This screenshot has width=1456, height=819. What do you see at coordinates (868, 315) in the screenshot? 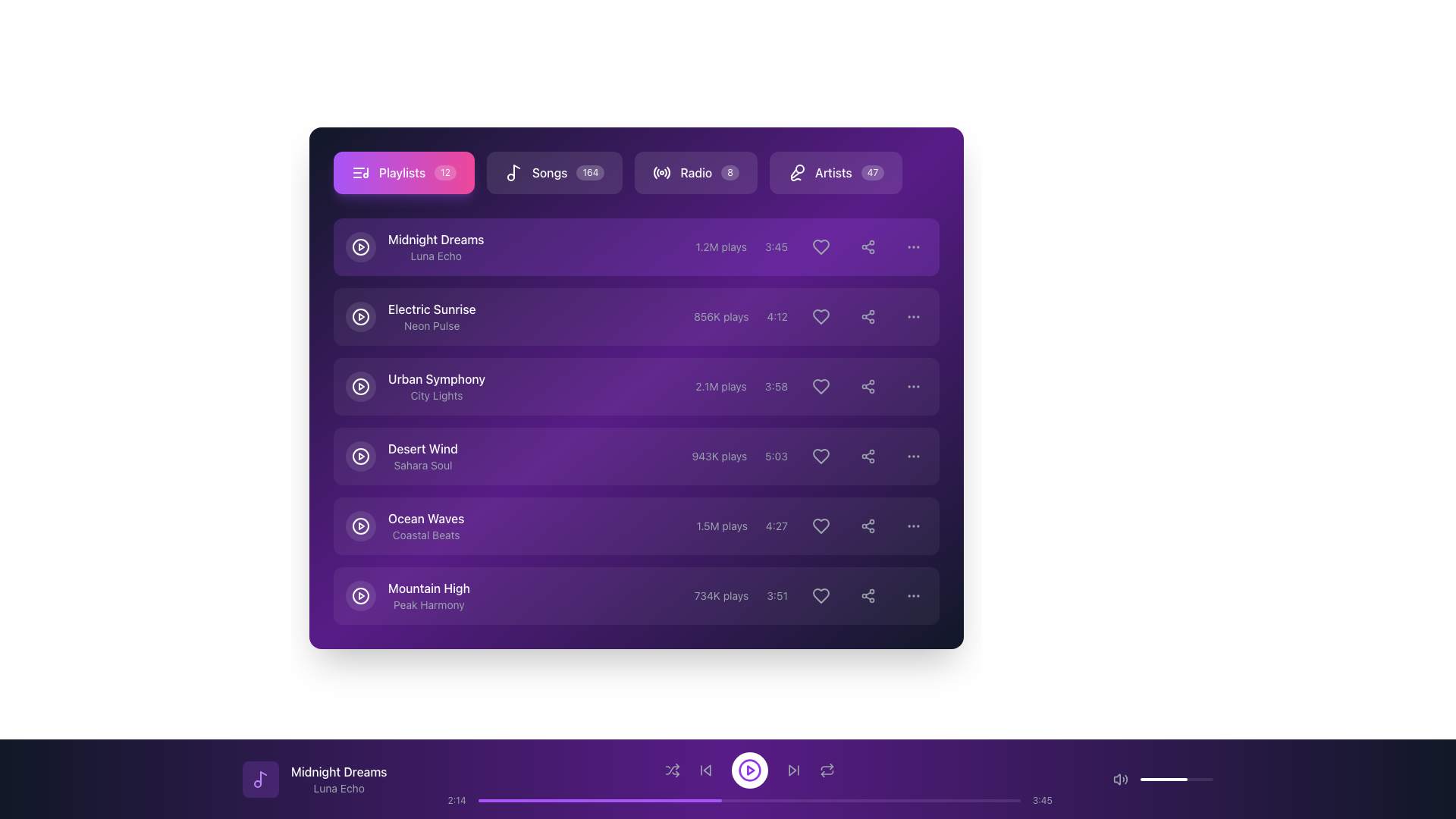
I see `the share icon button, which is represented by a group of three circles connected by two diagonal lines, positioned to the right of the 'Electric Sunrise' track` at bounding box center [868, 315].